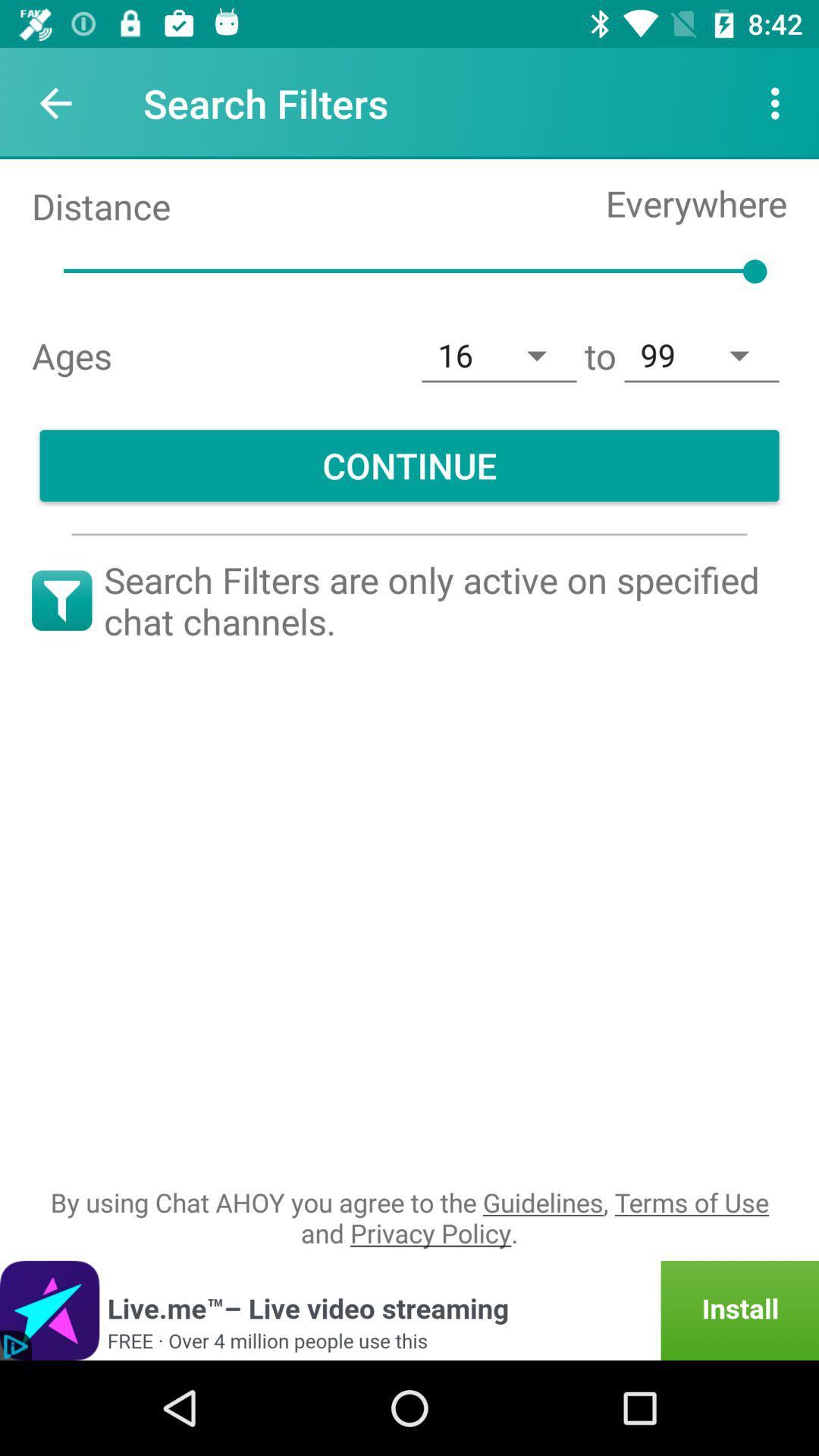 The width and height of the screenshot is (819, 1456). What do you see at coordinates (409, 1217) in the screenshot?
I see `item below the search filters are` at bounding box center [409, 1217].